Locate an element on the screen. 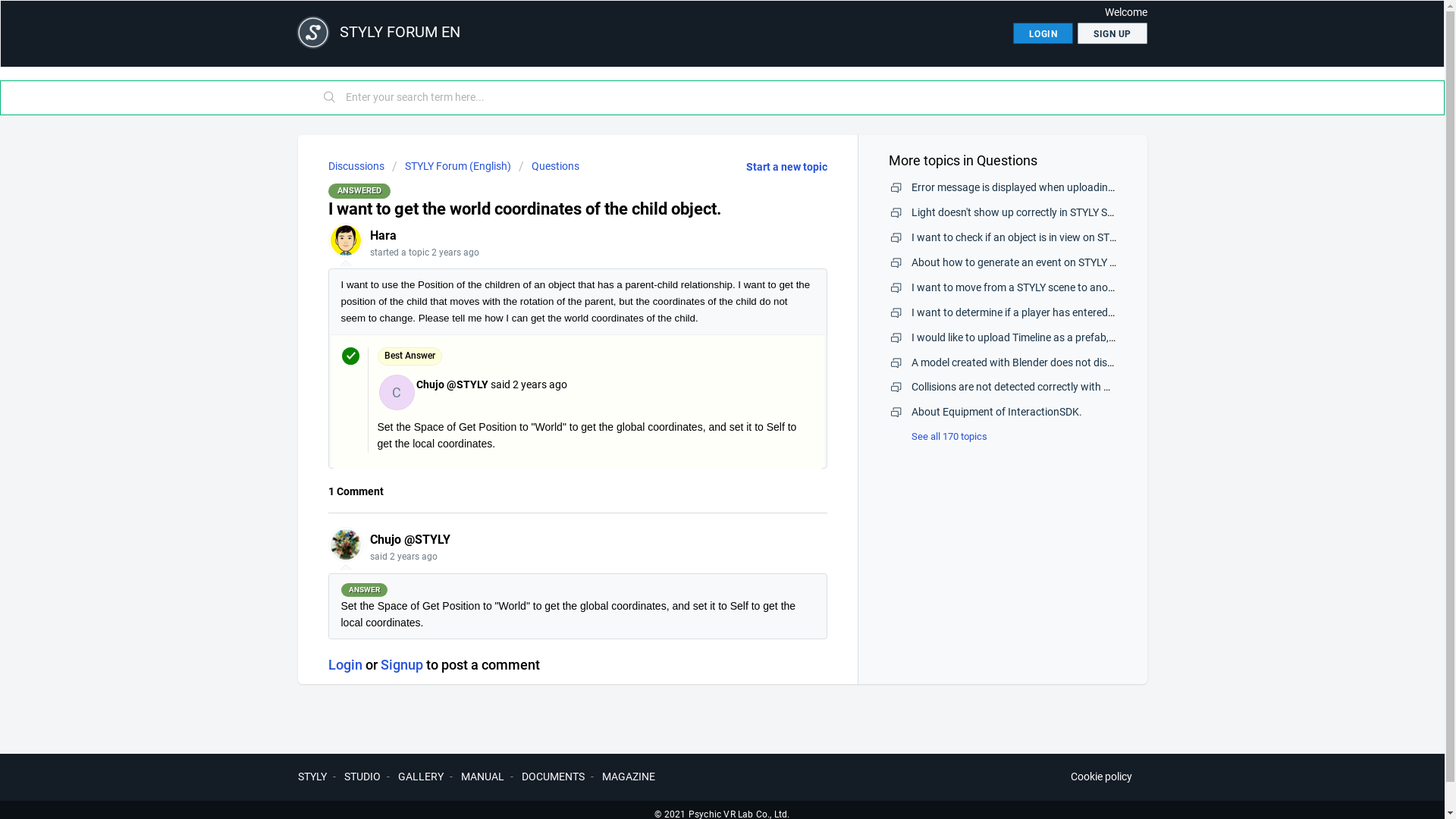 This screenshot has width=1456, height=819. 'Light doesn't show up correctly in STYLY Studio.' is located at coordinates (1022, 212).